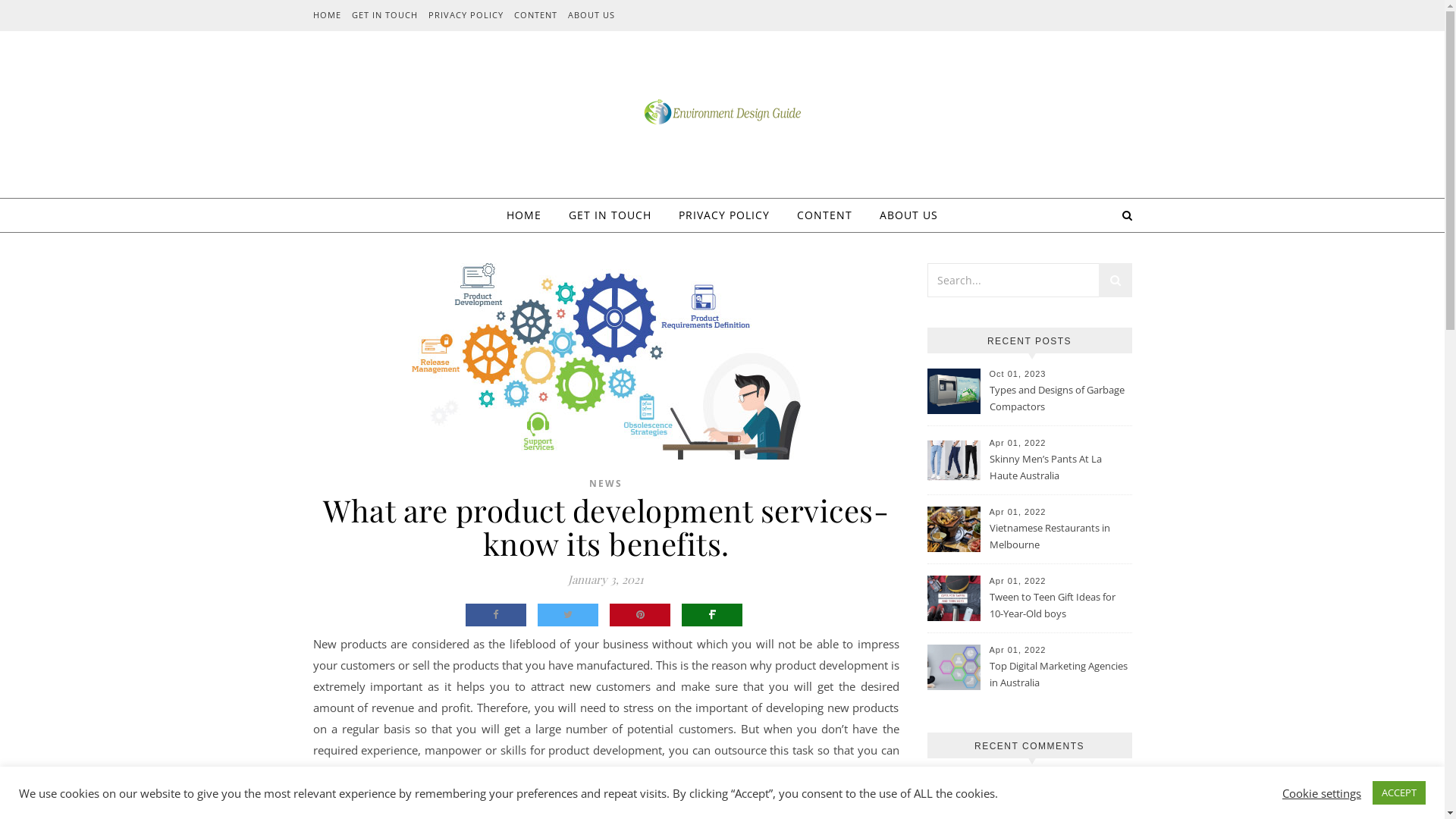 The height and width of the screenshot is (819, 1456). I want to click on 'PRIVACY POLICY', so click(723, 215).